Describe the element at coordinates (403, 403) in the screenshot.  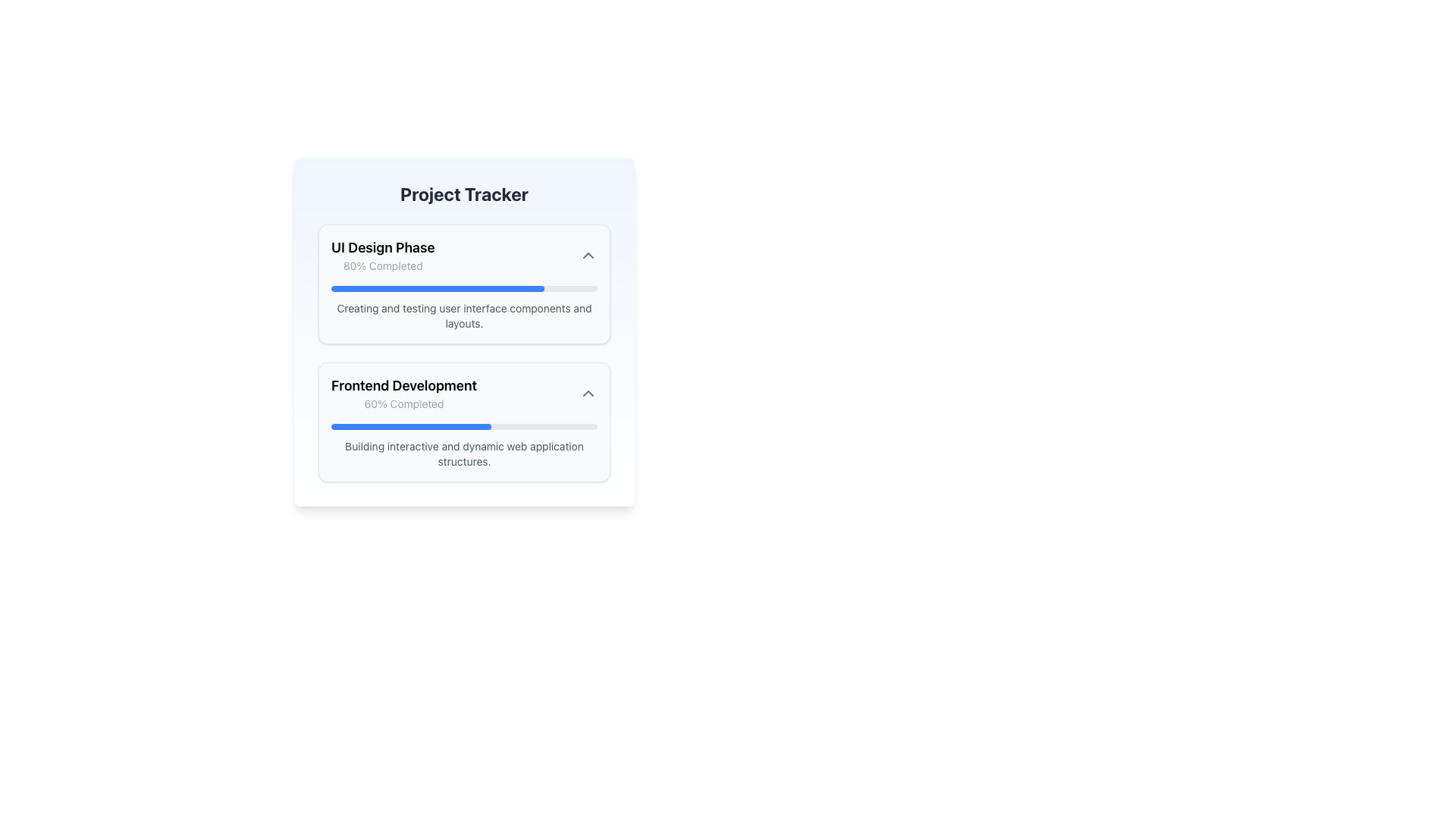
I see `completion percentage from the text label located in the 'Frontend Development' section, which is situated above the horizontal progress bar` at that location.